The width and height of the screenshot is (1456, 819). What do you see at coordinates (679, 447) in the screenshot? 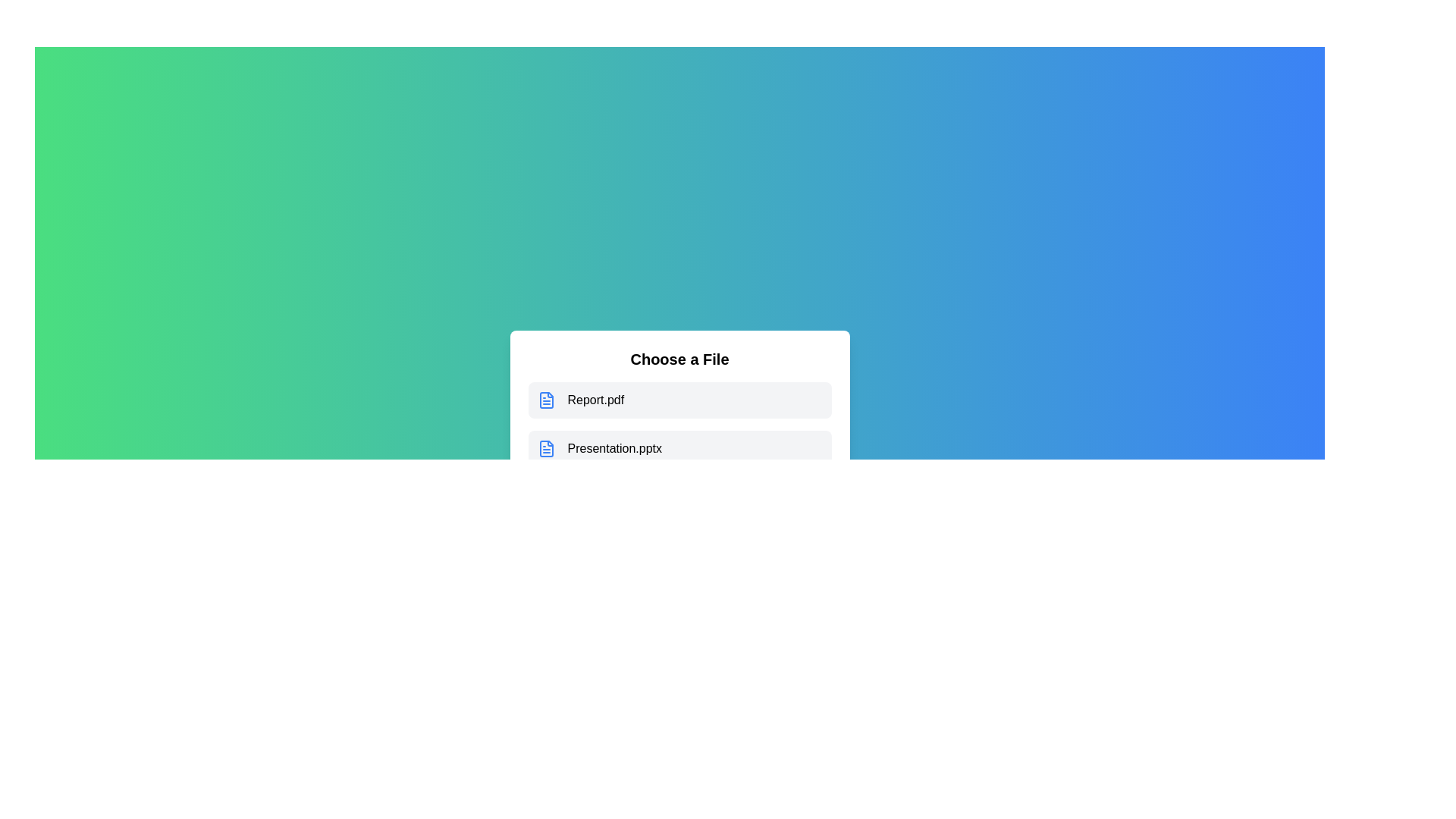
I see `the file Presentation.pptx to observe its hover effect` at bounding box center [679, 447].